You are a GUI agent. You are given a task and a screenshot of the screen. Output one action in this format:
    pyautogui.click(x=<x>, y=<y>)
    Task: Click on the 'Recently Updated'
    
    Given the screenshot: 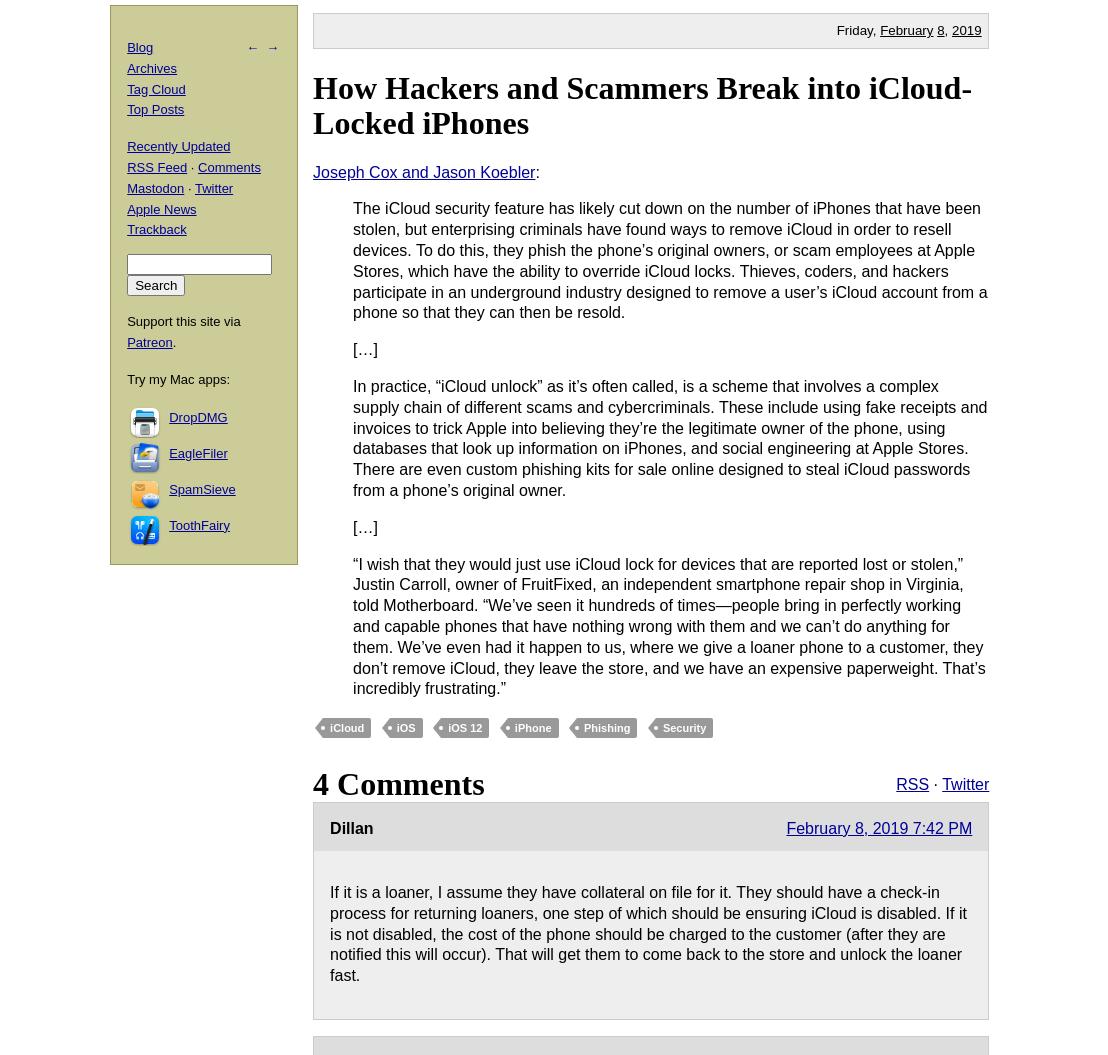 What is the action you would take?
    pyautogui.click(x=177, y=146)
    